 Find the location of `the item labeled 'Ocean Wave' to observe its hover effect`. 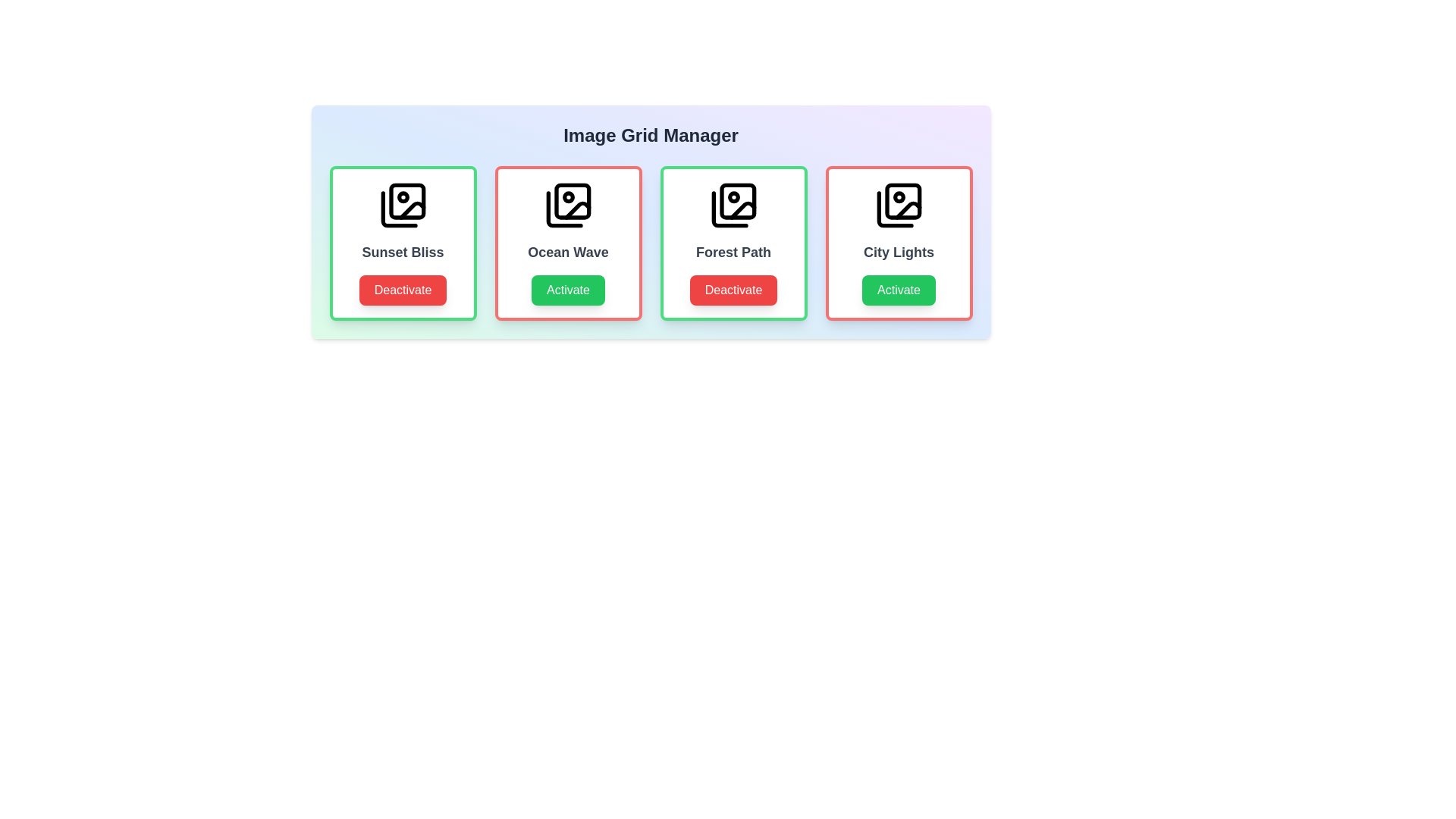

the item labeled 'Ocean Wave' to observe its hover effect is located at coordinates (567, 242).